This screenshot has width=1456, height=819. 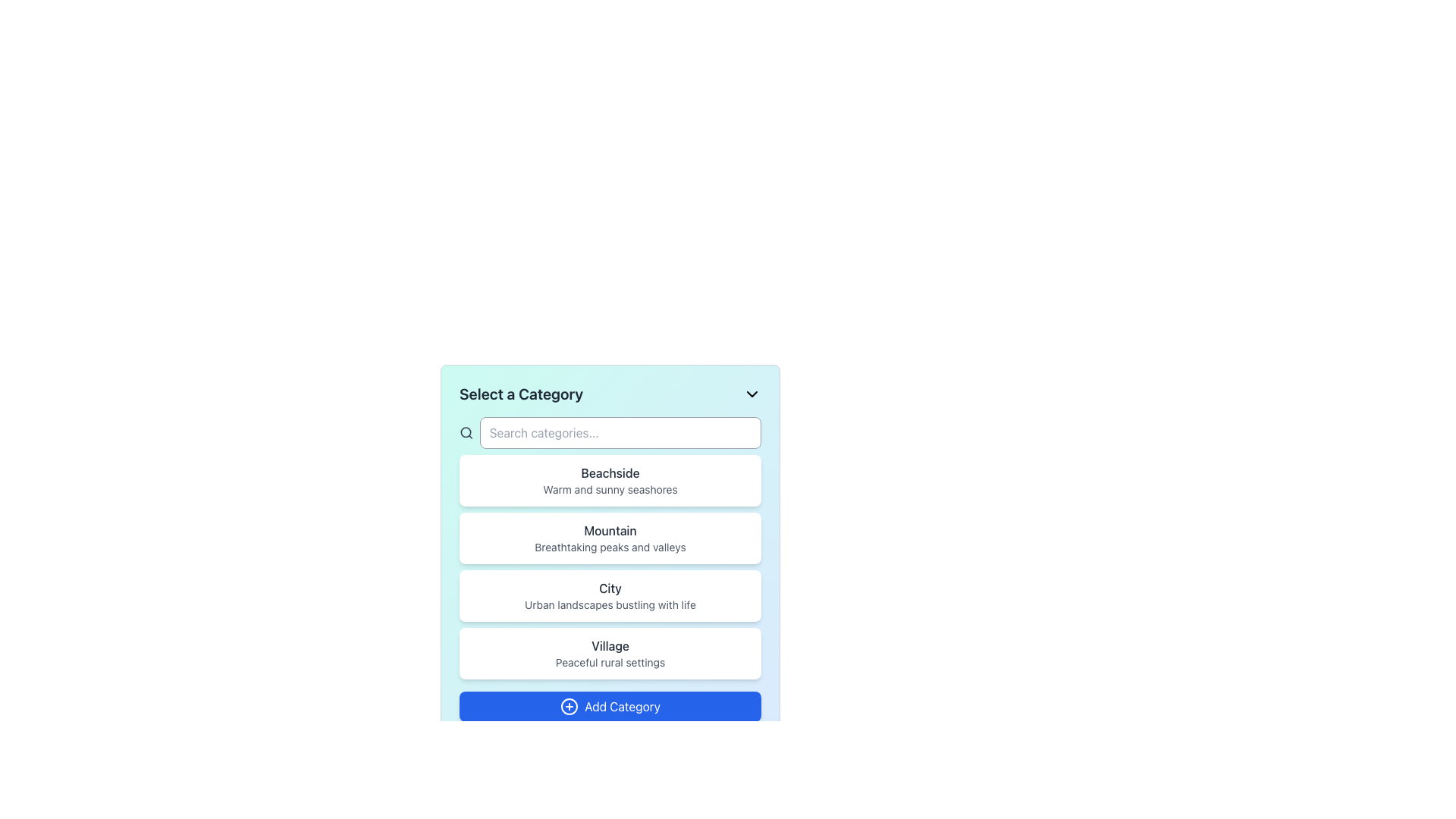 What do you see at coordinates (610, 520) in the screenshot?
I see `the 'Mountain' button, which has a white background and shadow` at bounding box center [610, 520].